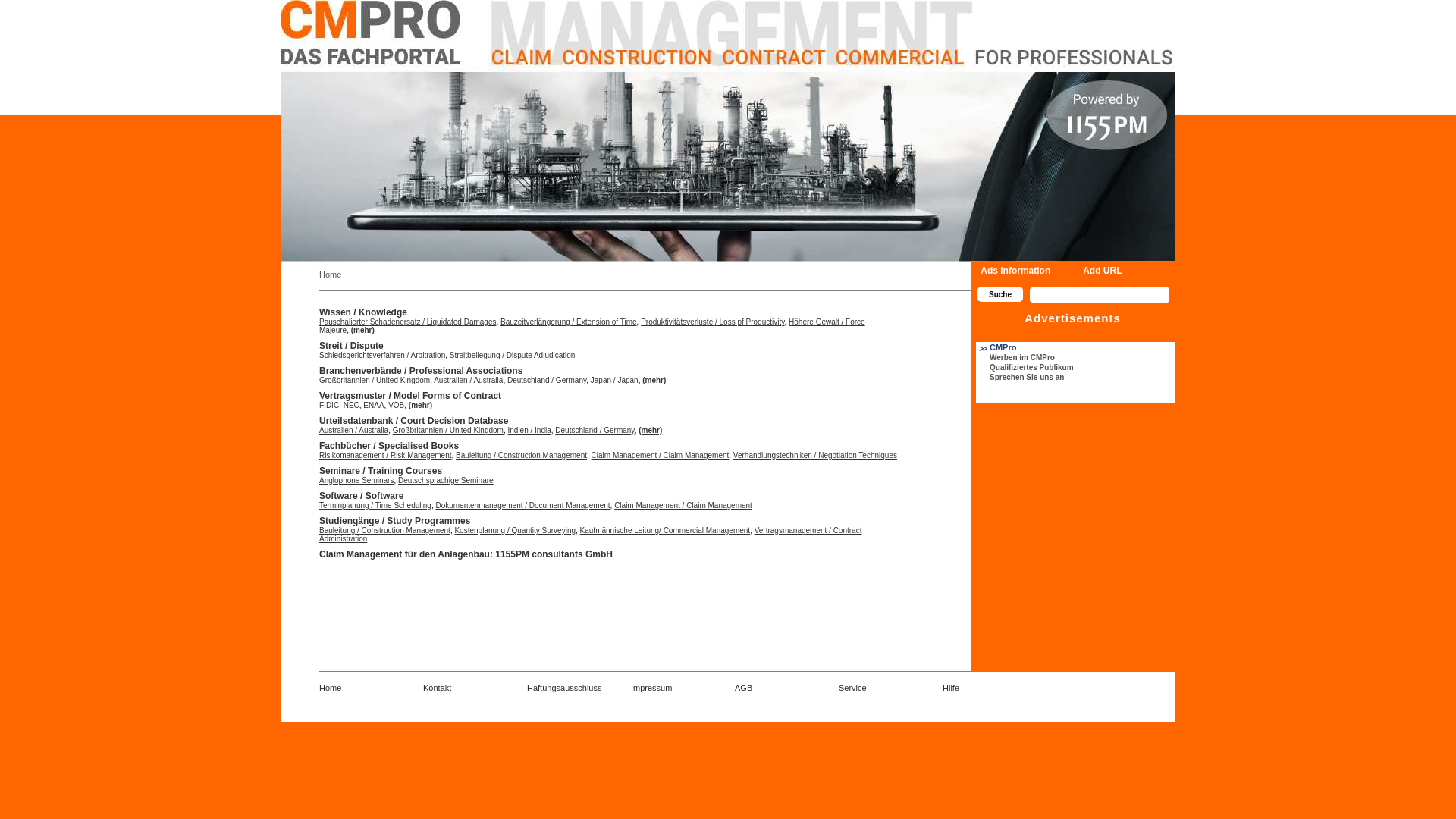 The width and height of the screenshot is (1456, 819). I want to click on 'Australien / Australia', so click(467, 379).